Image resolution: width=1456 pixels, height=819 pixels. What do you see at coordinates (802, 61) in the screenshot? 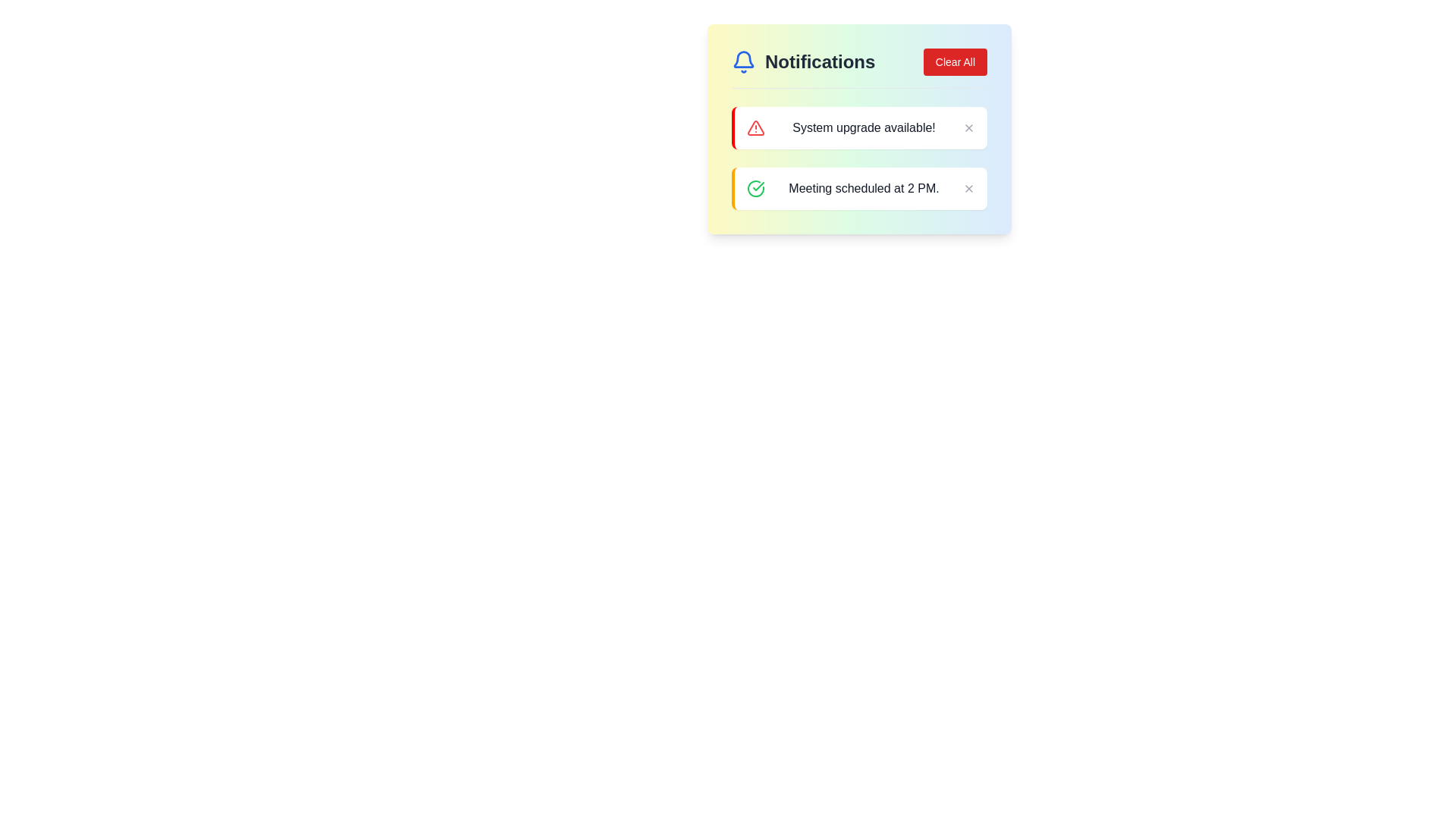
I see `the header element with an icon and text located at the top-left of the notifications panel` at bounding box center [802, 61].